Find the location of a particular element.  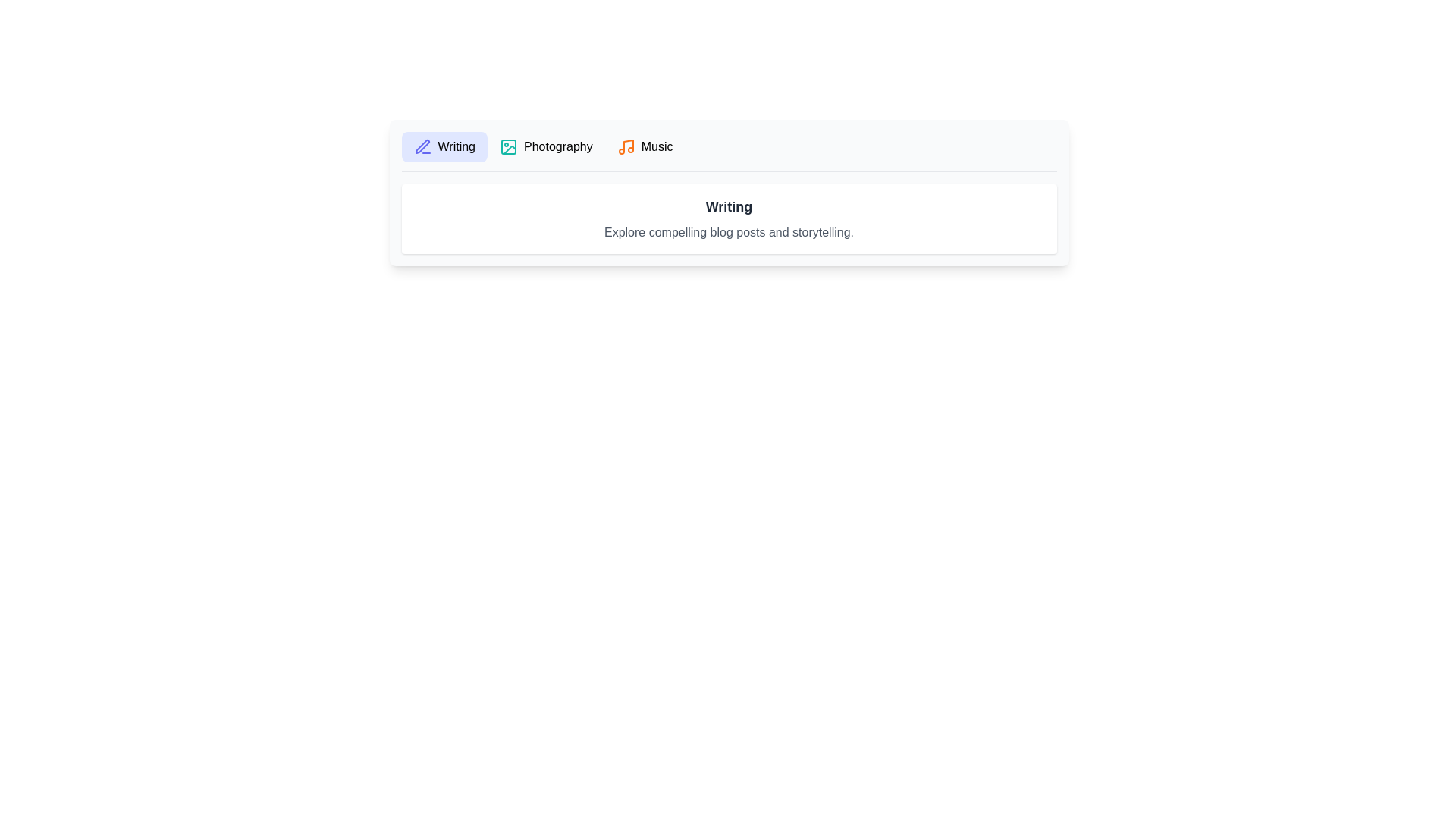

the tab labeled Music is located at coordinates (645, 146).